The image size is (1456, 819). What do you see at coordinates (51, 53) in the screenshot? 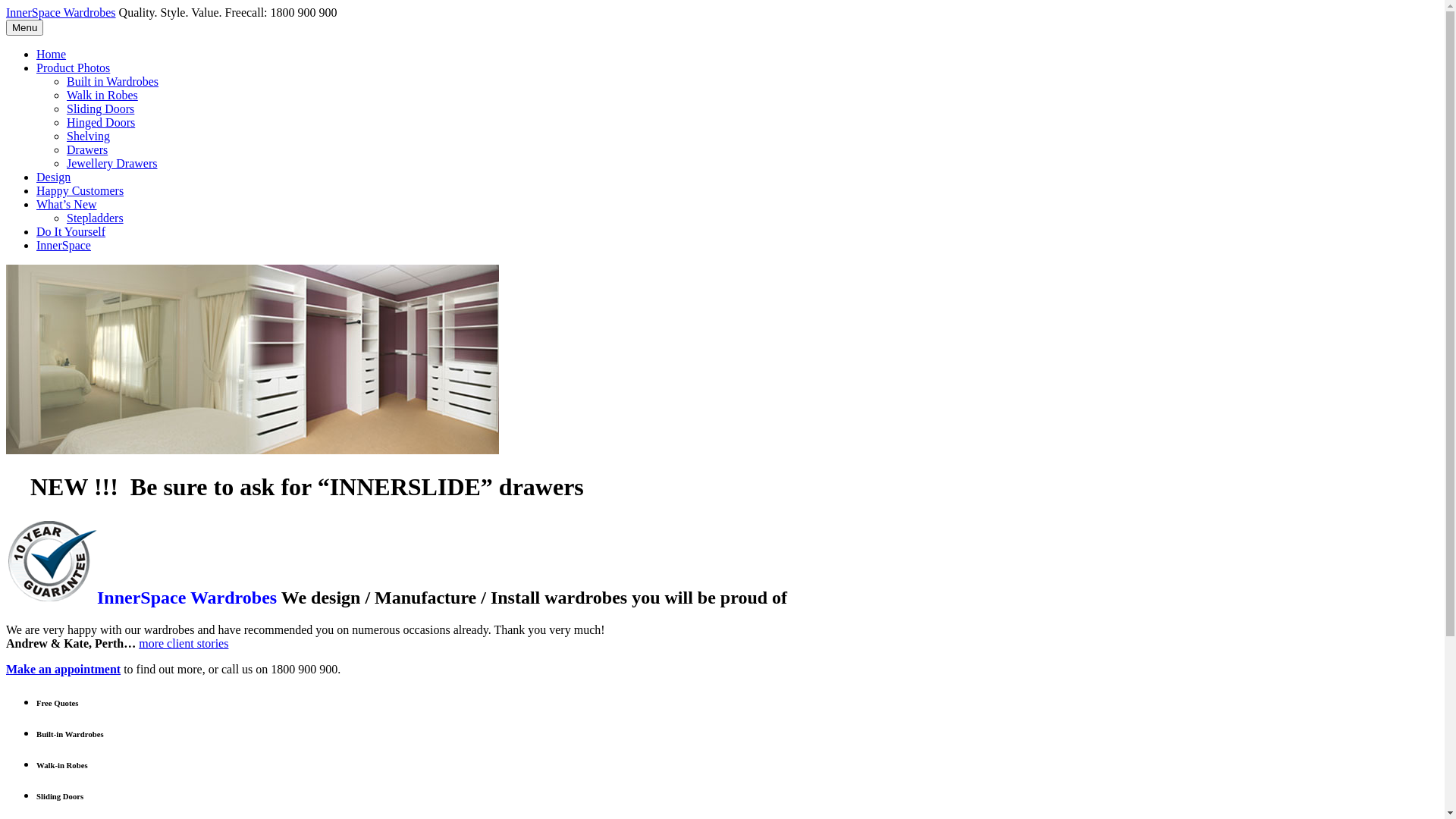
I see `'Home'` at bounding box center [51, 53].